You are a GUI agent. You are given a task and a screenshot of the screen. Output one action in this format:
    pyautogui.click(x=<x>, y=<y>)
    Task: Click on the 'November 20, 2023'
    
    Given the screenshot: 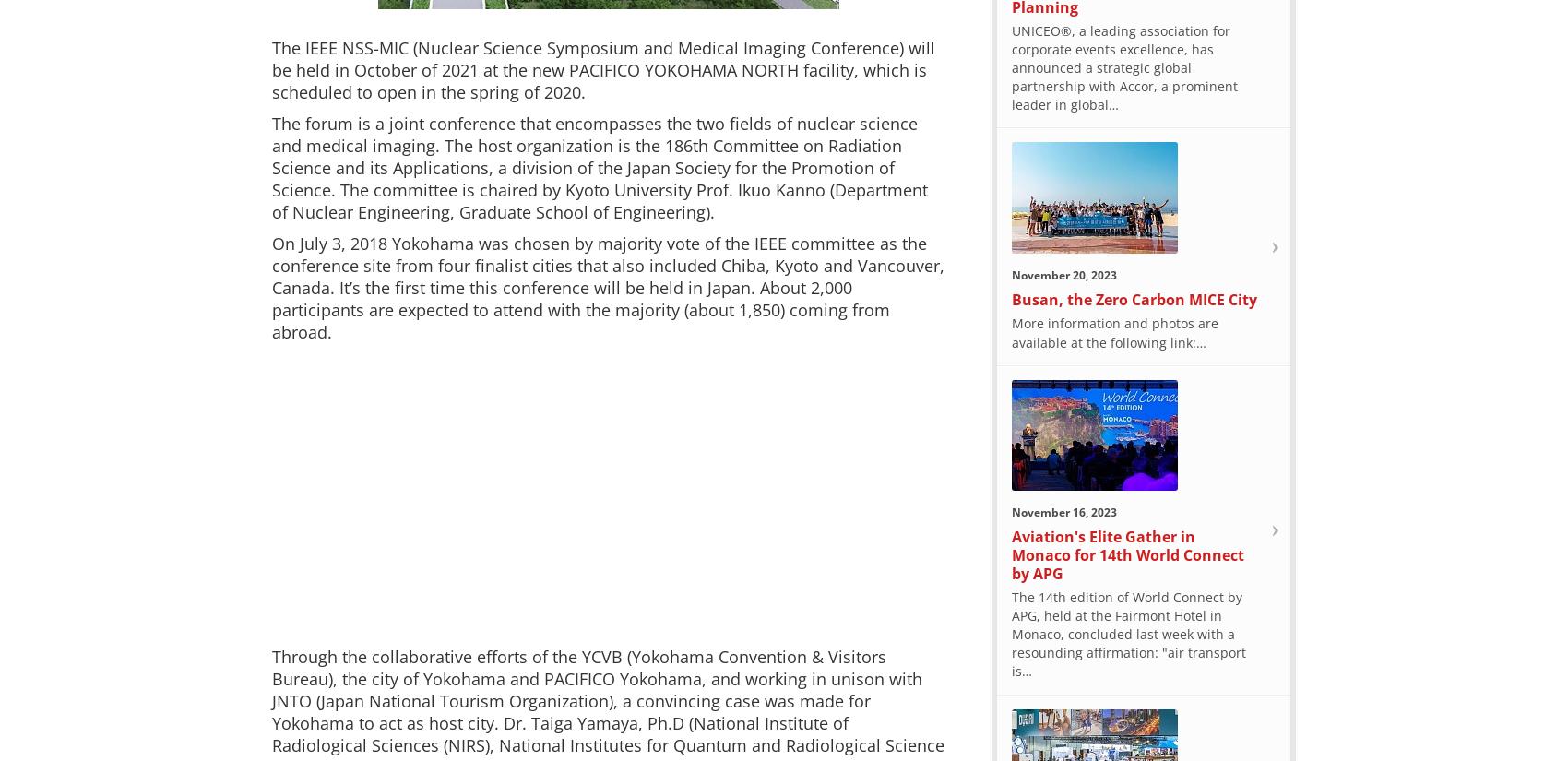 What is the action you would take?
    pyautogui.click(x=1063, y=275)
    